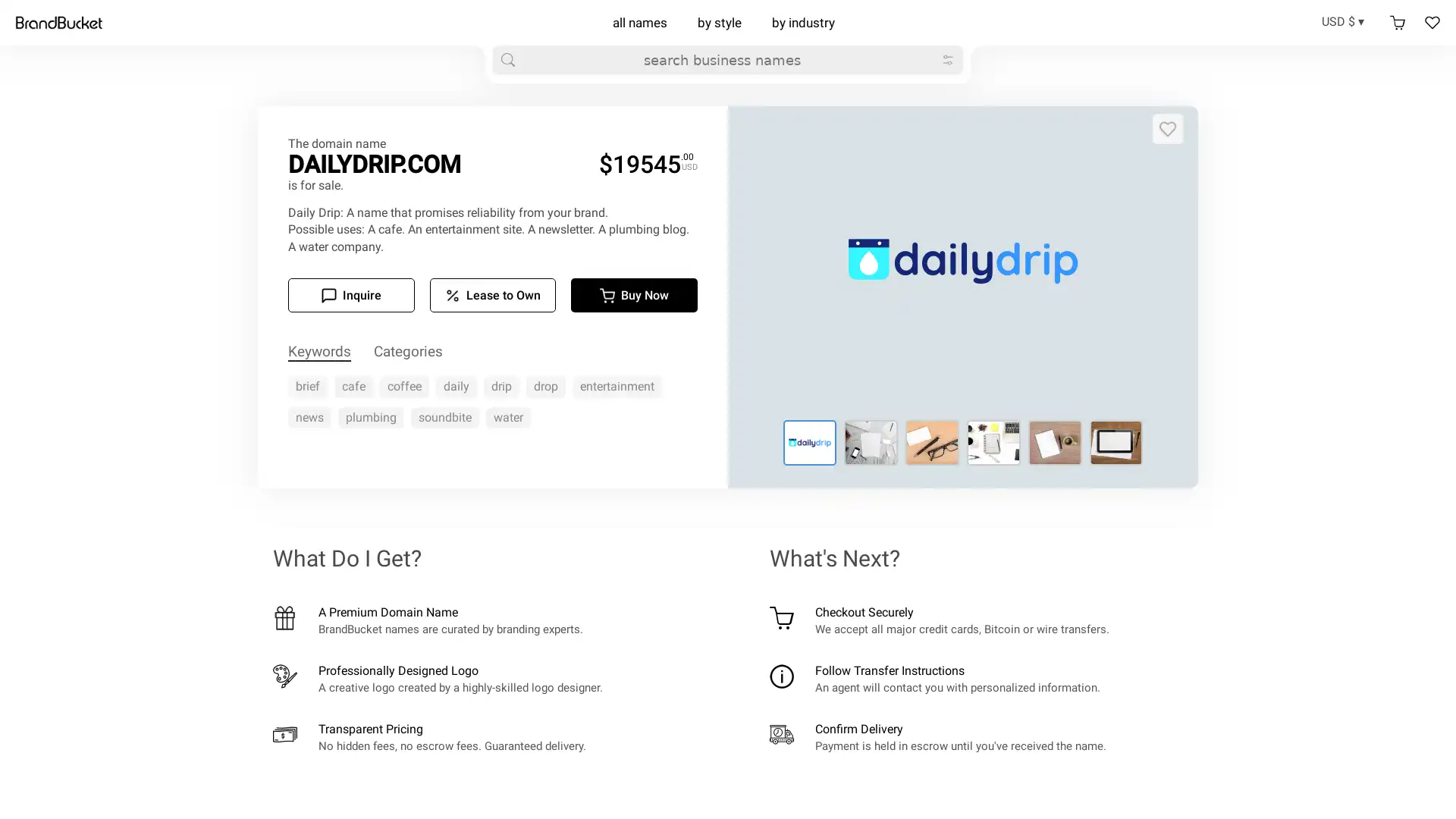  What do you see at coordinates (1053, 442) in the screenshot?
I see `Logo for dailydrip.com` at bounding box center [1053, 442].